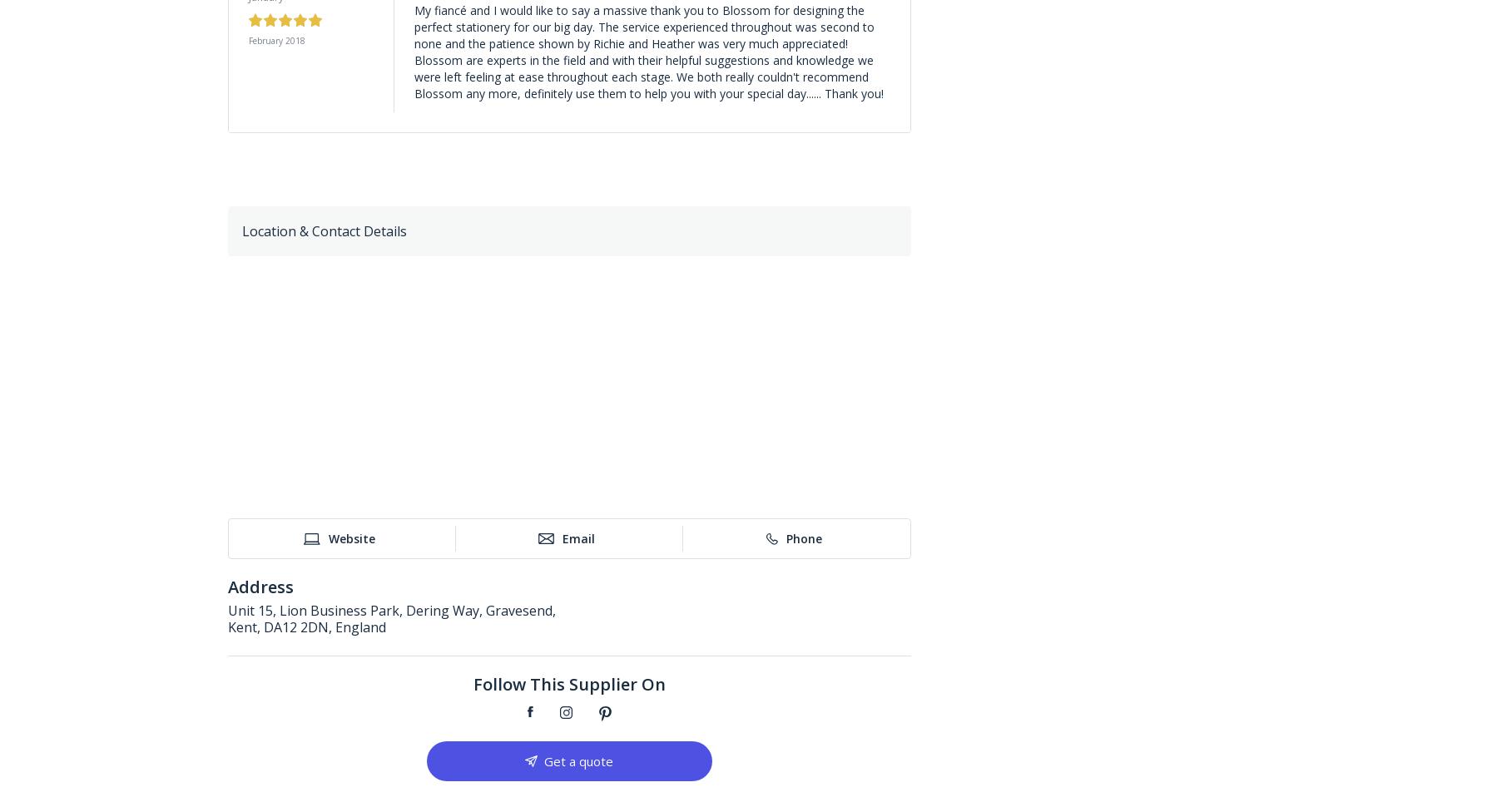 Image resolution: width=1487 pixels, height=812 pixels. I want to click on 'Follow This Supplier On', so click(568, 684).